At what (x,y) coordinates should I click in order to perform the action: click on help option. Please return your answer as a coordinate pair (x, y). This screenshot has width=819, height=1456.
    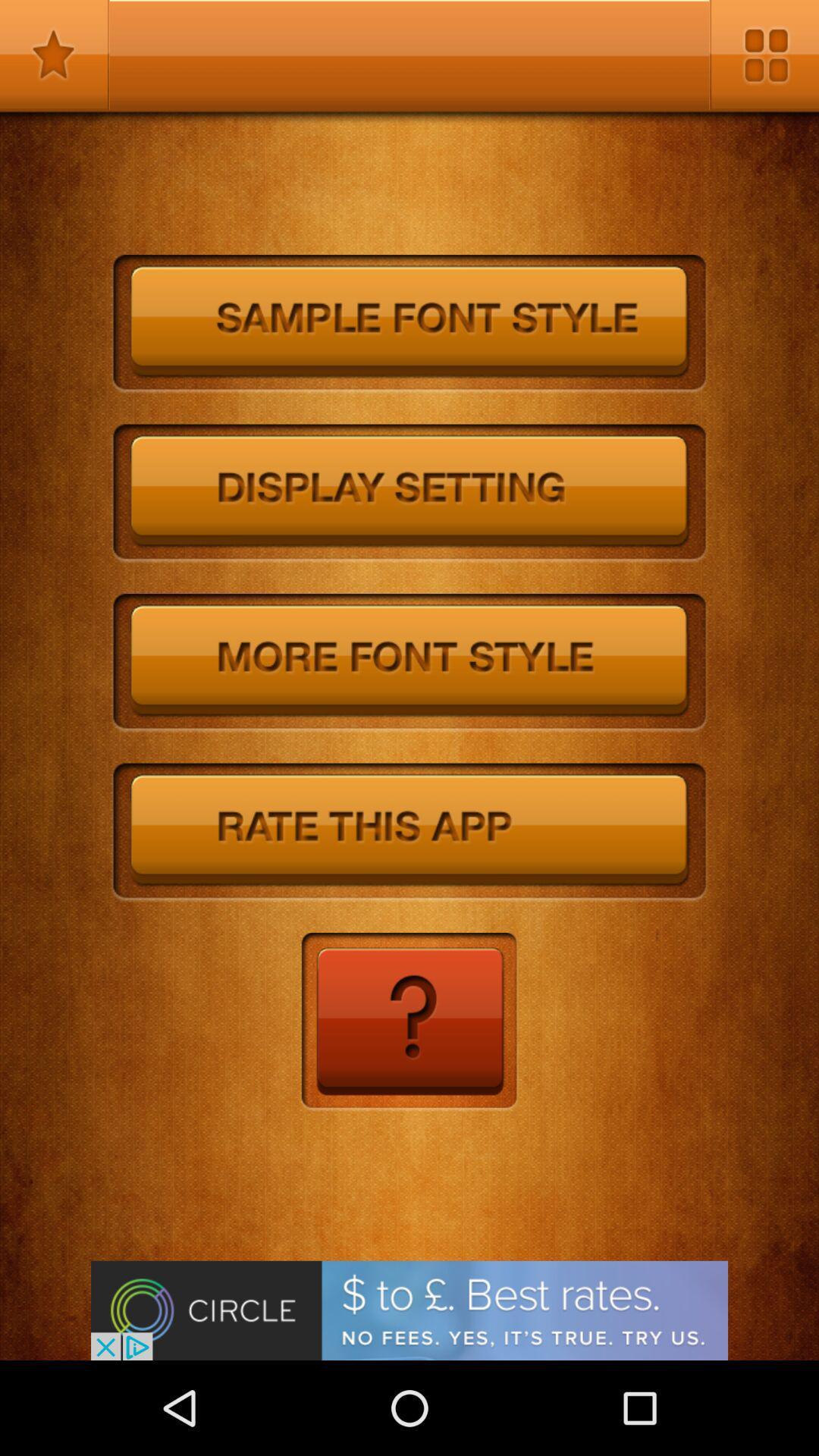
    Looking at the image, I should click on (408, 1022).